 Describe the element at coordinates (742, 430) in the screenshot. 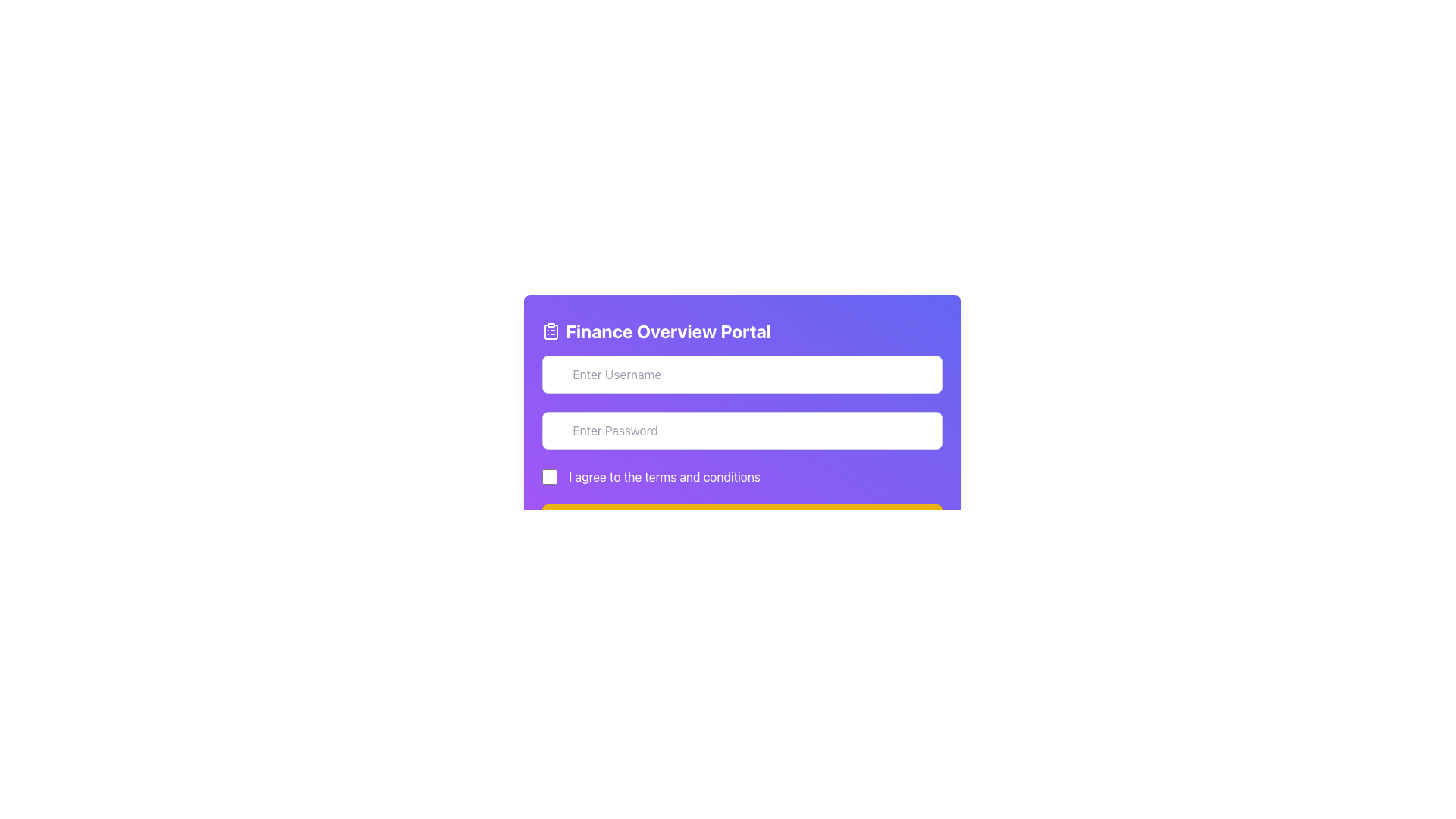

I see `the password input field to focus on it for entering the password` at that location.